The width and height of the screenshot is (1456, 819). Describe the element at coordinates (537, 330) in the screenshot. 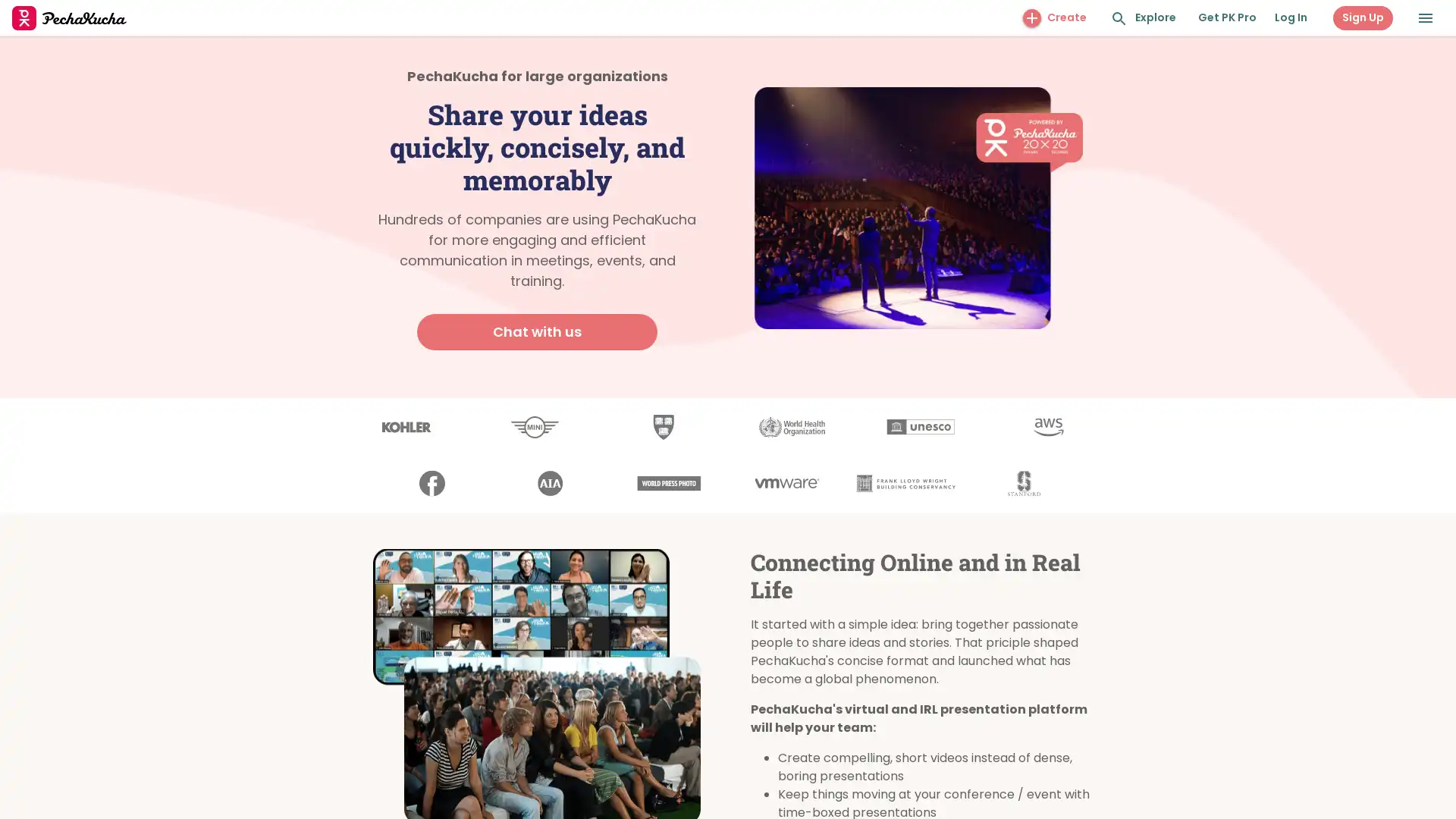

I see `Chat with us` at that location.